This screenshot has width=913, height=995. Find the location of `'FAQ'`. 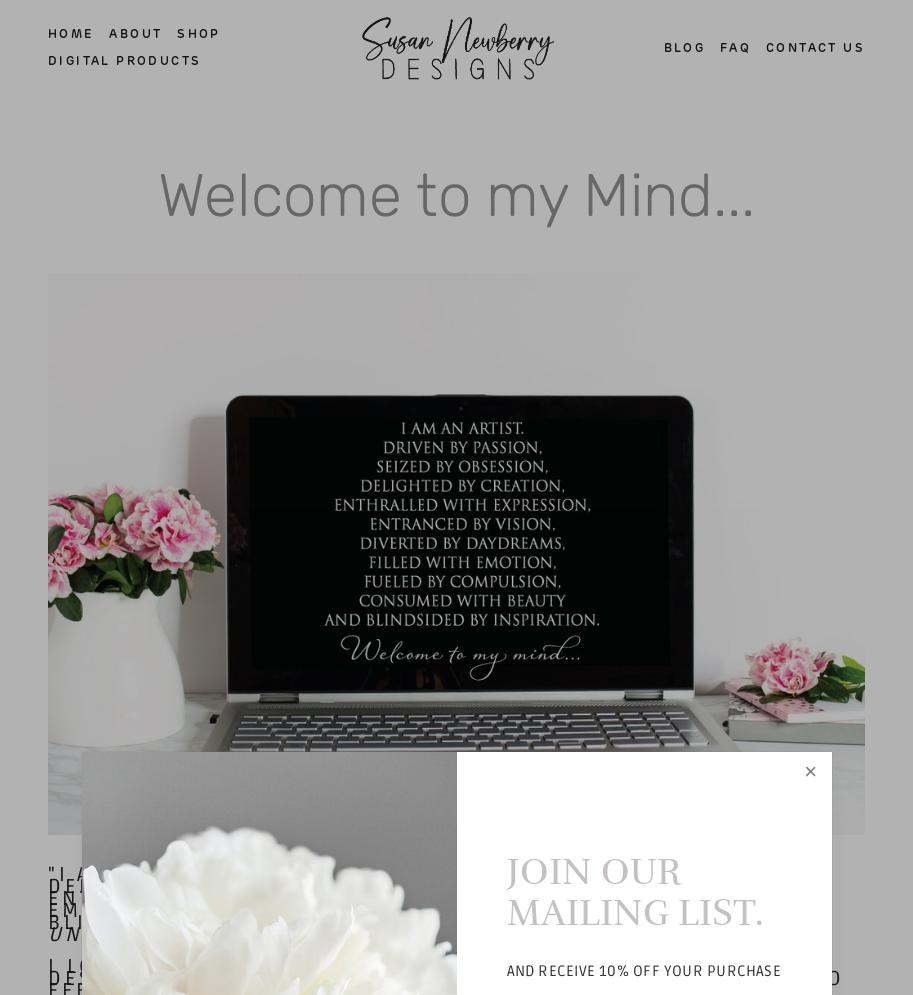

'FAQ' is located at coordinates (733, 45).